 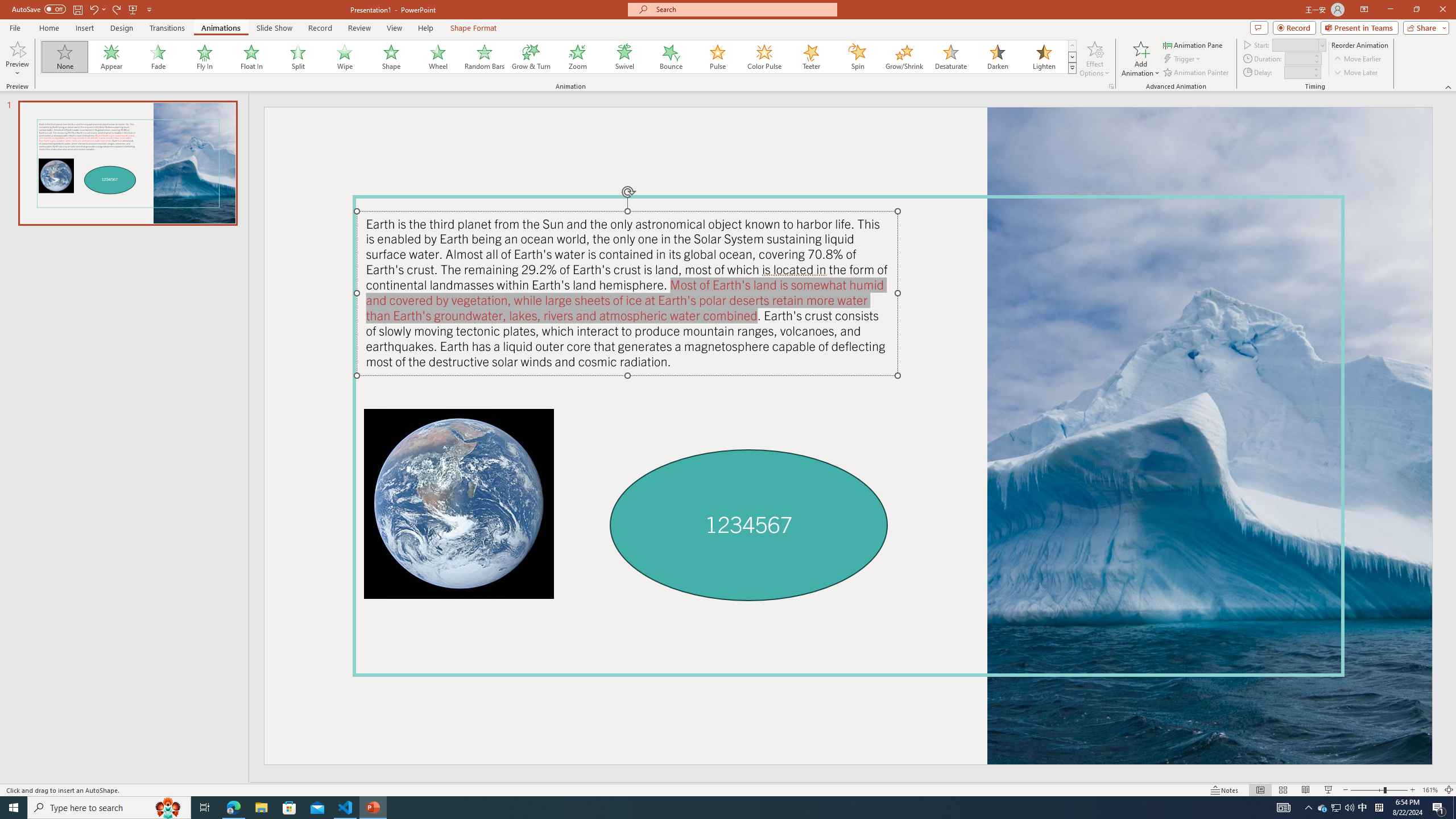 I want to click on 'Appear', so click(x=111, y=56).